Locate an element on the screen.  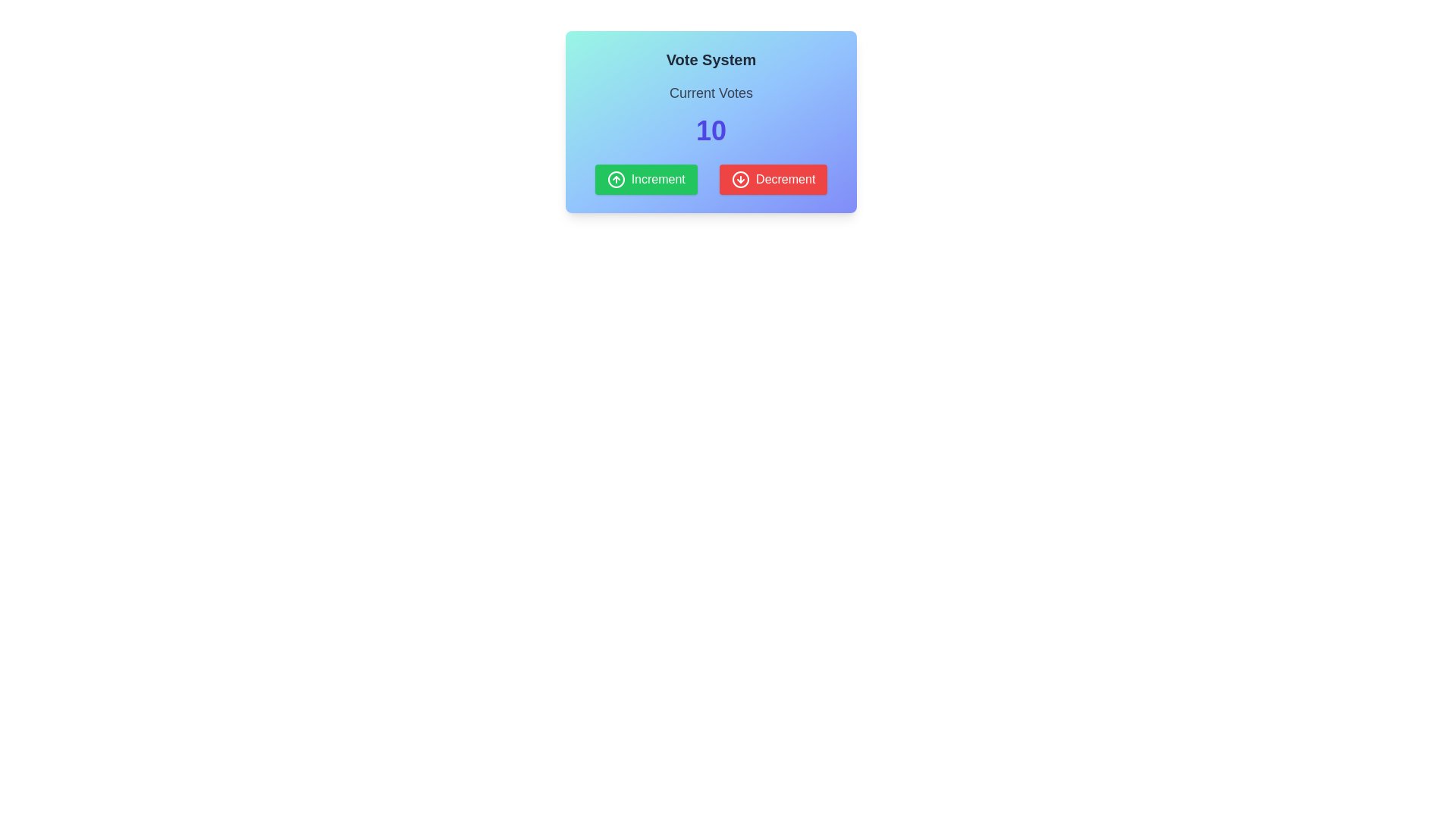
the increment action icon located within the 'Increment' button, which is displayed to the left of the text 'Increment' inside a green rectangular box below a vote count is located at coordinates (616, 178).